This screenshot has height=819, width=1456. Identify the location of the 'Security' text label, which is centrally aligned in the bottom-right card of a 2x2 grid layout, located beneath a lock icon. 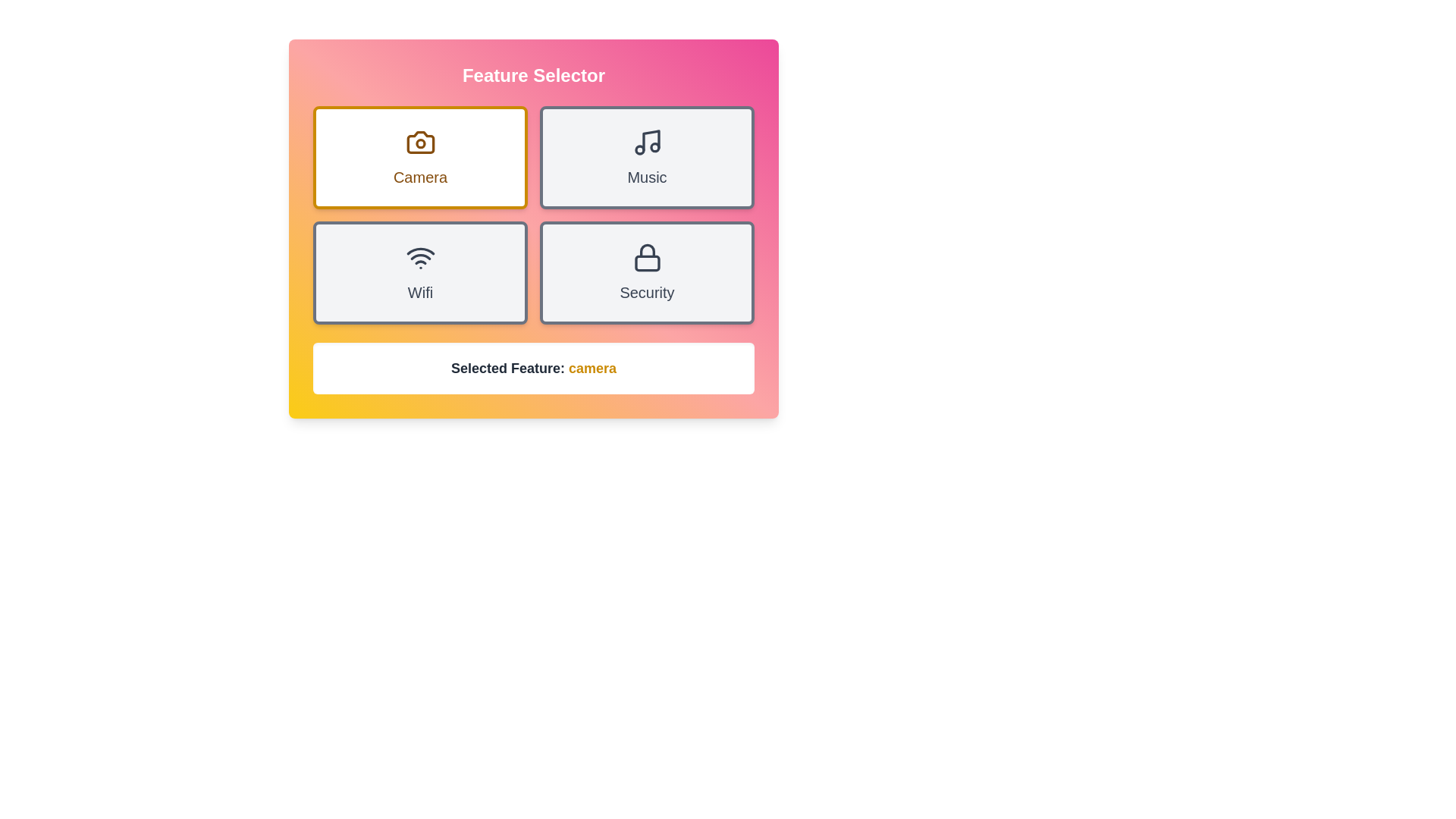
(647, 292).